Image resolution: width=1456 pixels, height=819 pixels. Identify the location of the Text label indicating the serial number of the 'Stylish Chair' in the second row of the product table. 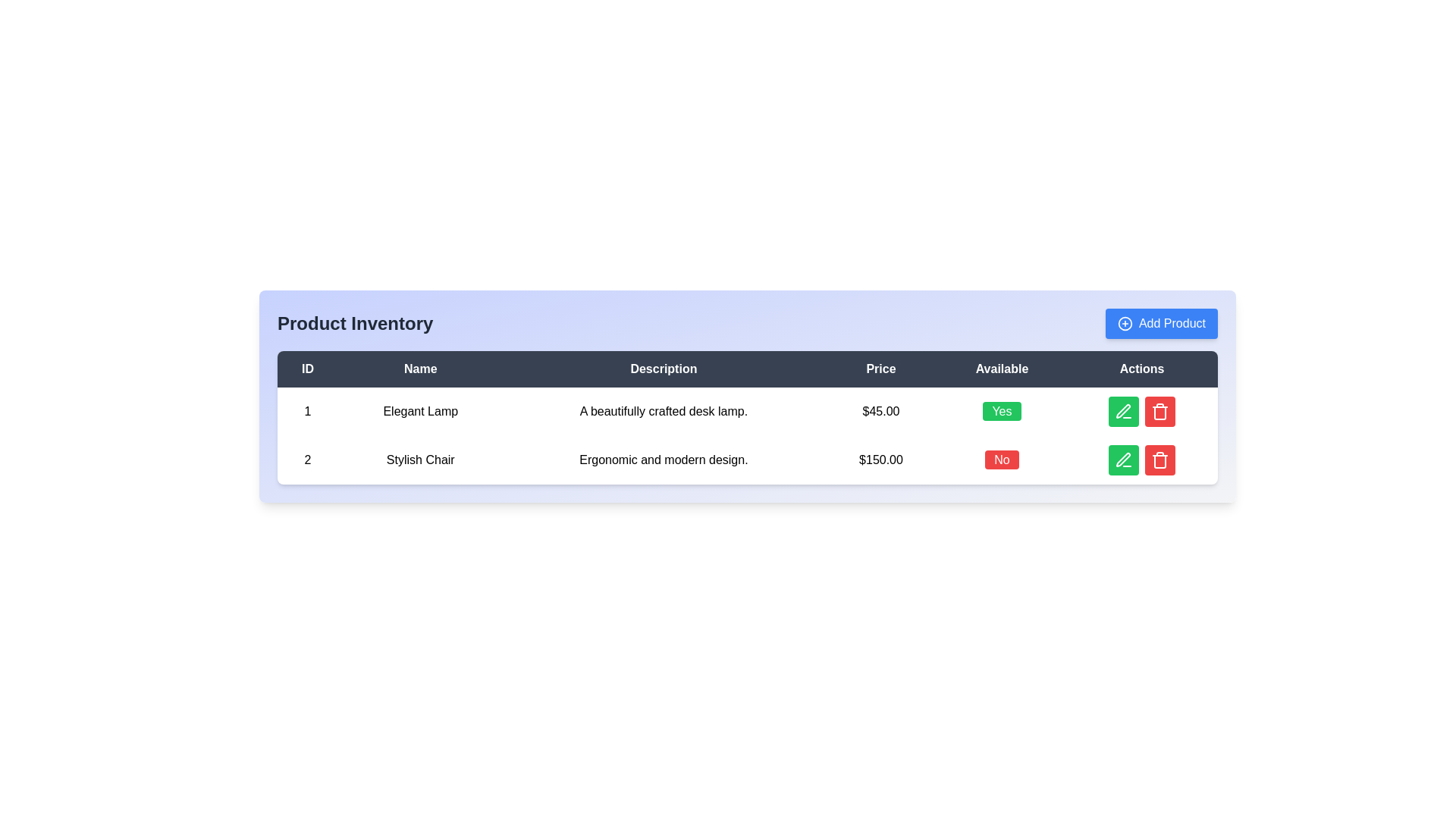
(306, 459).